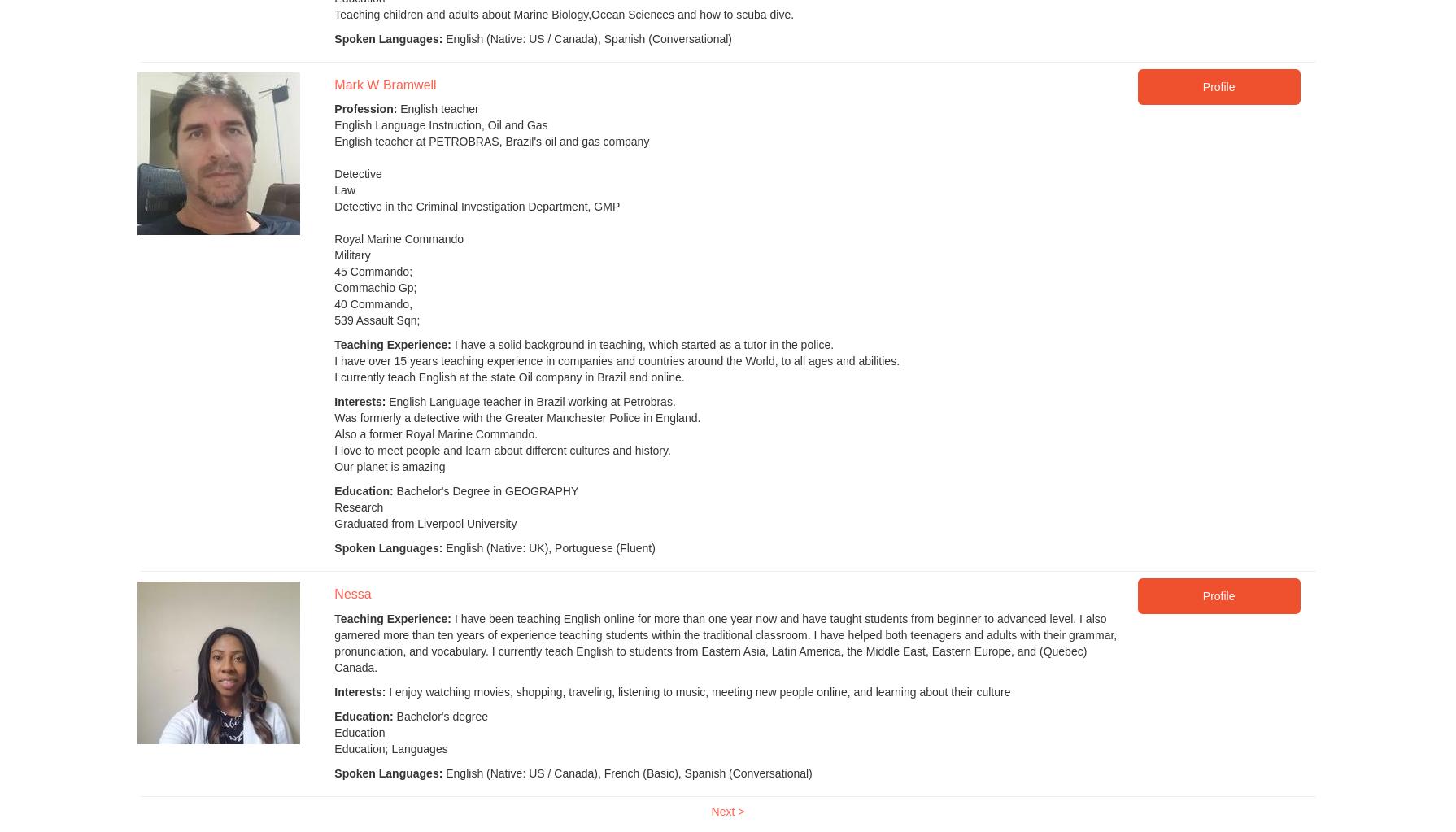 This screenshot has height=832, width=1456. Describe the element at coordinates (345, 189) in the screenshot. I see `'Law'` at that location.